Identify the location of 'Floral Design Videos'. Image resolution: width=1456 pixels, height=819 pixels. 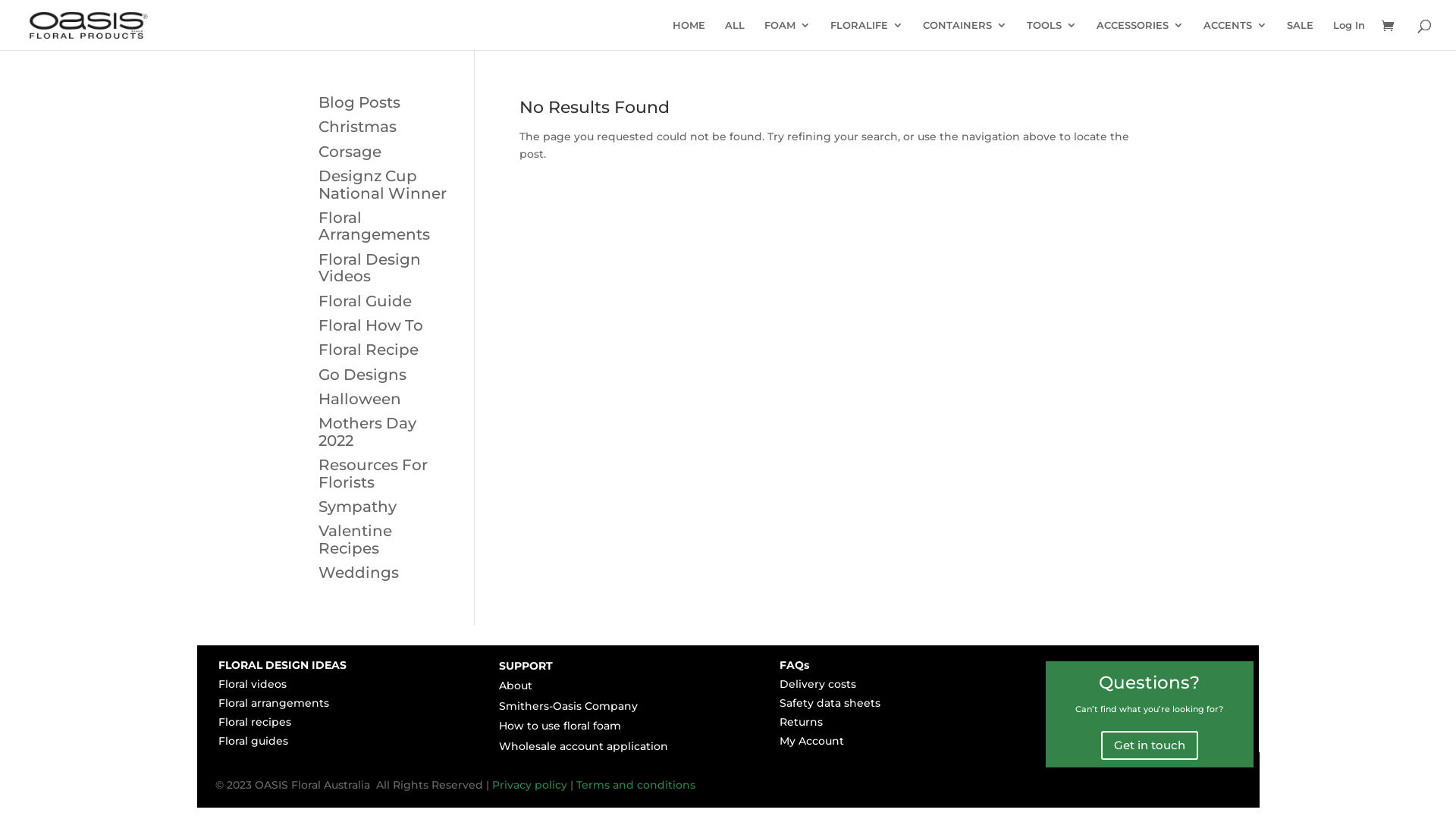
(369, 267).